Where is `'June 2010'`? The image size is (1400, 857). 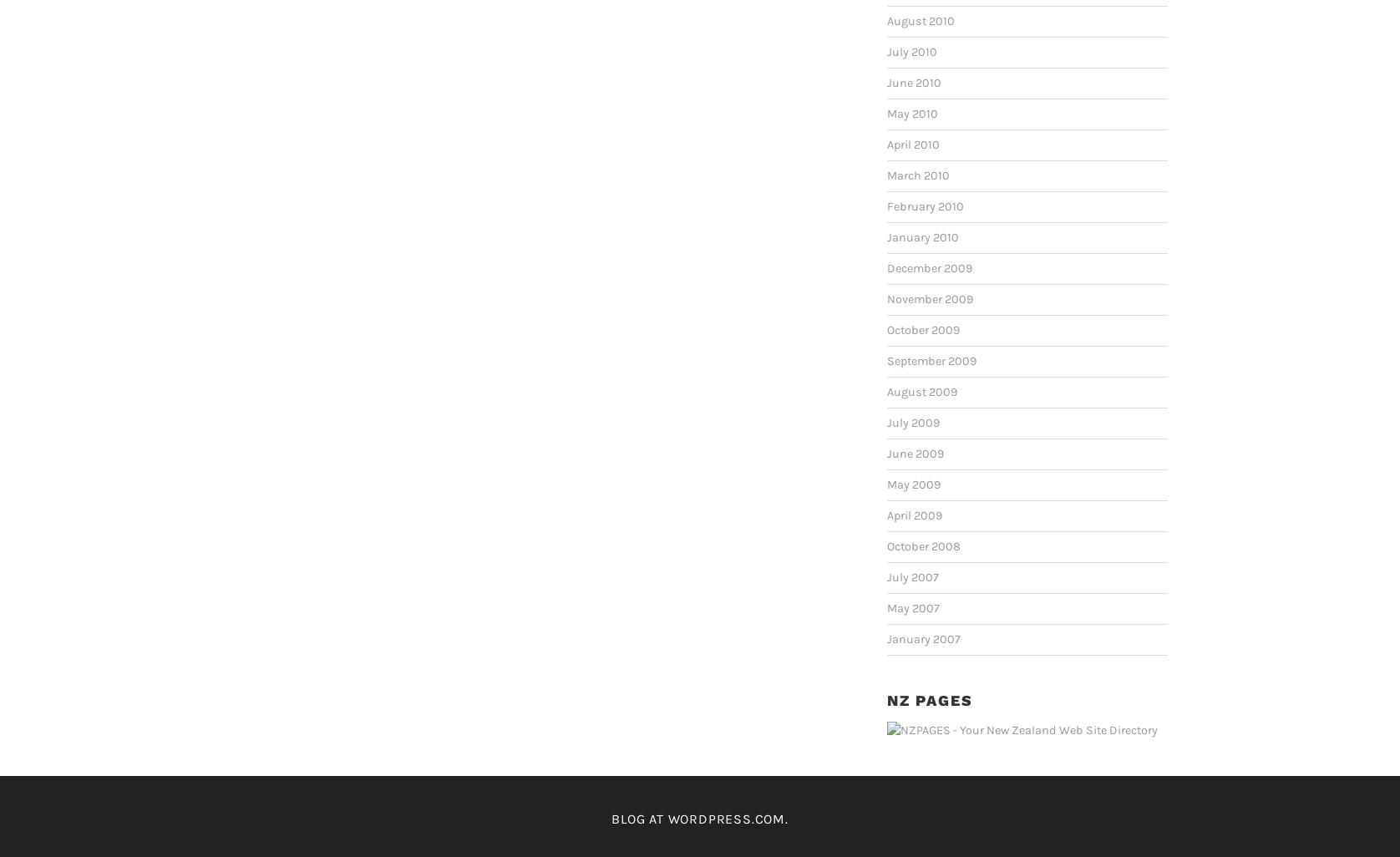 'June 2010' is located at coordinates (913, 82).